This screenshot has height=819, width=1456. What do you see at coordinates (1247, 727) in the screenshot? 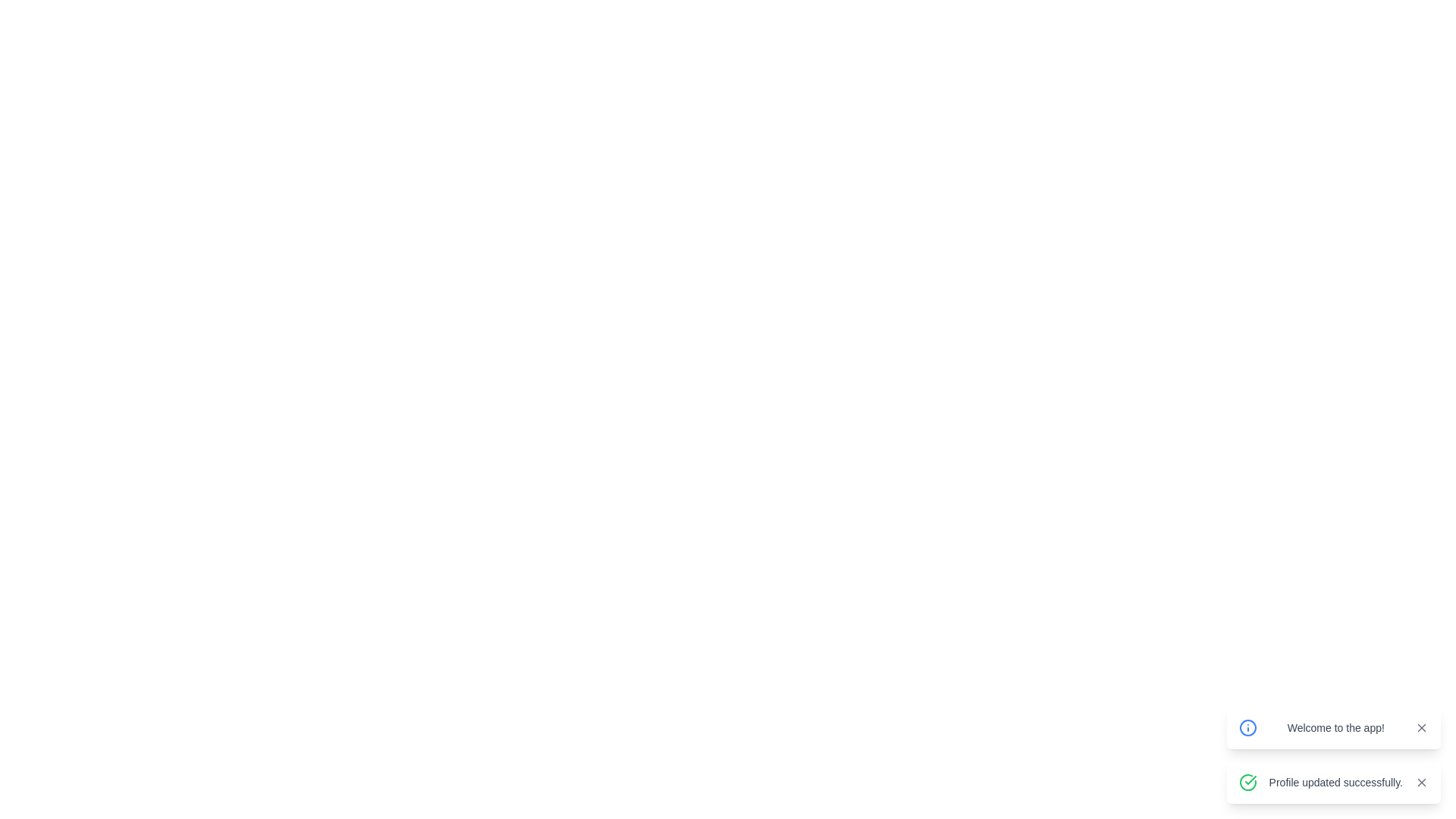
I see `the circular SVG graphic element next to the text 'Welcome to the app!' in the notification section at the lower right corner of the layout` at bounding box center [1247, 727].